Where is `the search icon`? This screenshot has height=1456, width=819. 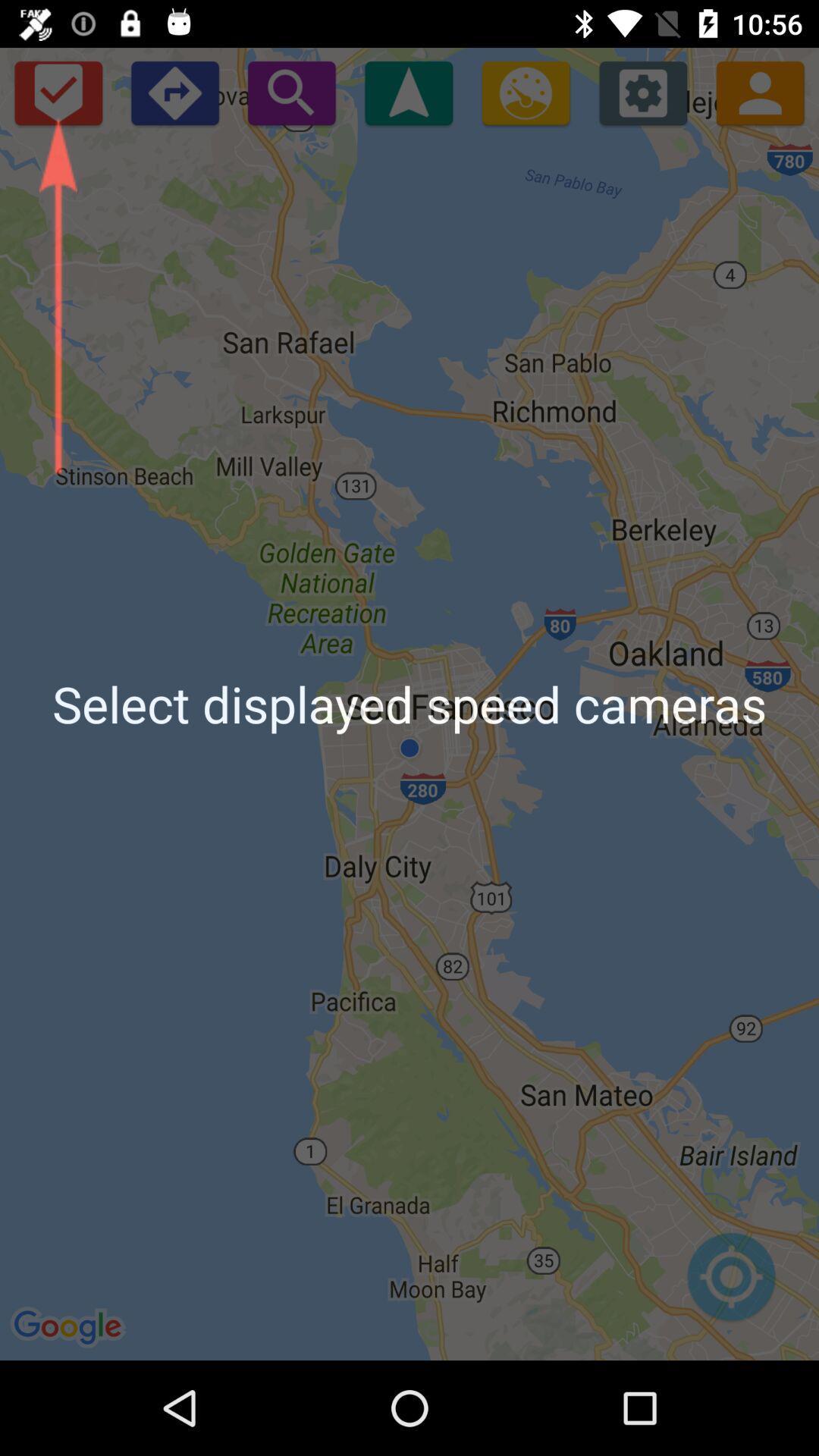
the search icon is located at coordinates (291, 92).